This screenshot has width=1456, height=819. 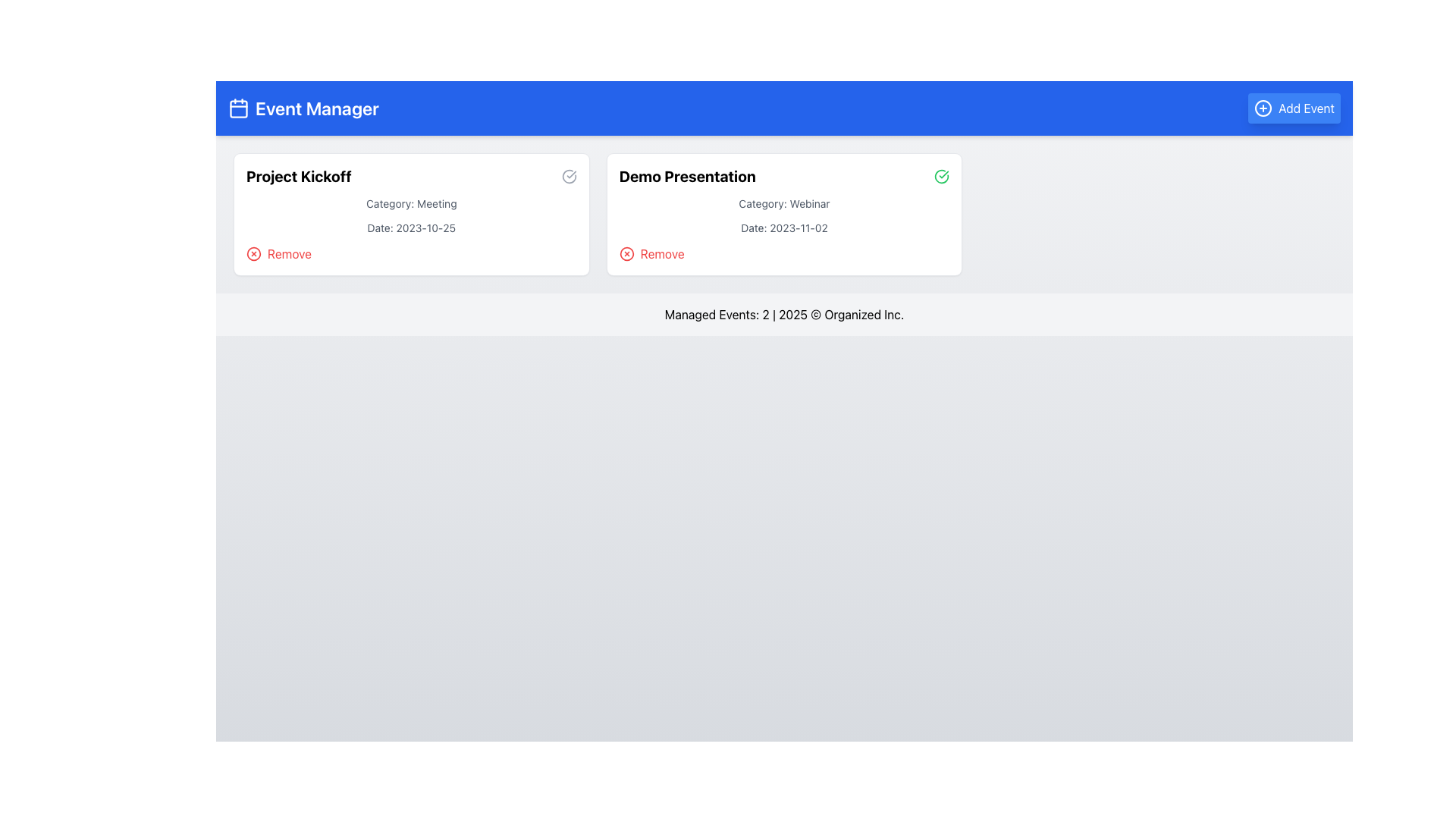 I want to click on the informational text label displaying the scheduled date of the 'Demo Presentation', which is located below 'Category: Webinar' and above the 'Remove' button, so click(x=784, y=227).